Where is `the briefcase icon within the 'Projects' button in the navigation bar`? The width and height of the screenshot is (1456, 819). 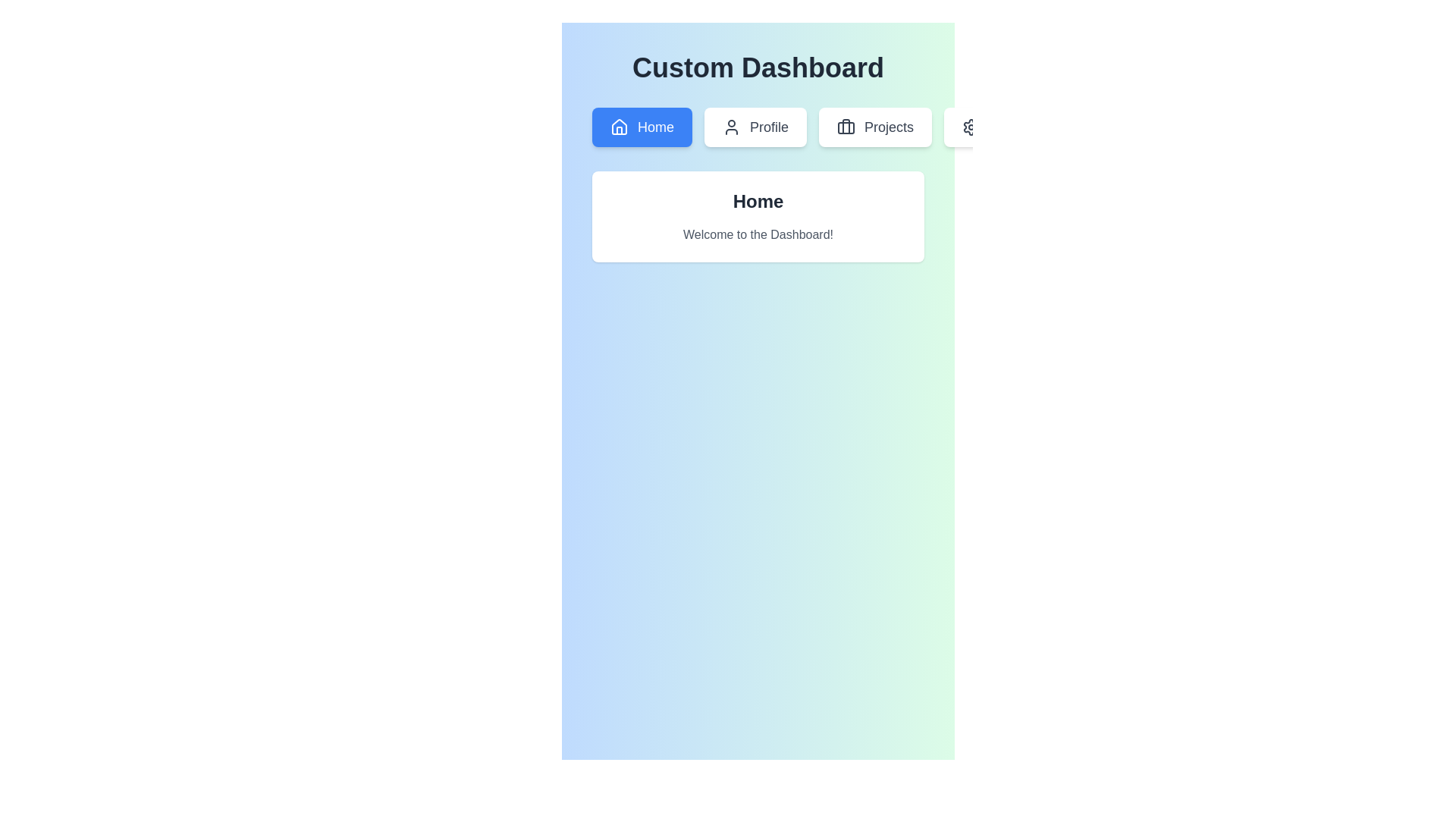 the briefcase icon within the 'Projects' button in the navigation bar is located at coordinates (846, 127).